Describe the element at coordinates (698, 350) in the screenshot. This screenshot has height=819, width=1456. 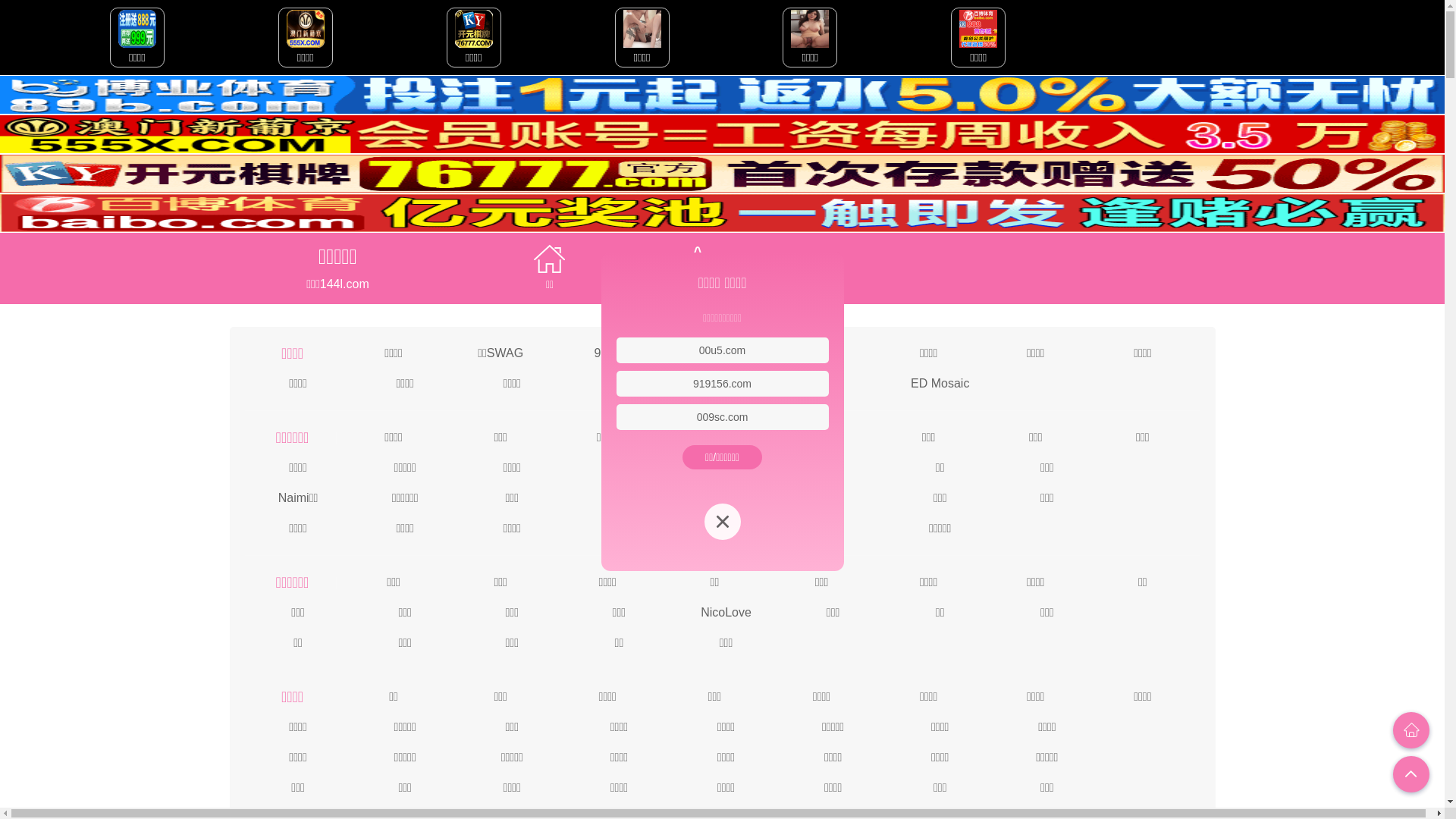
I see `'00u5.com'` at that location.